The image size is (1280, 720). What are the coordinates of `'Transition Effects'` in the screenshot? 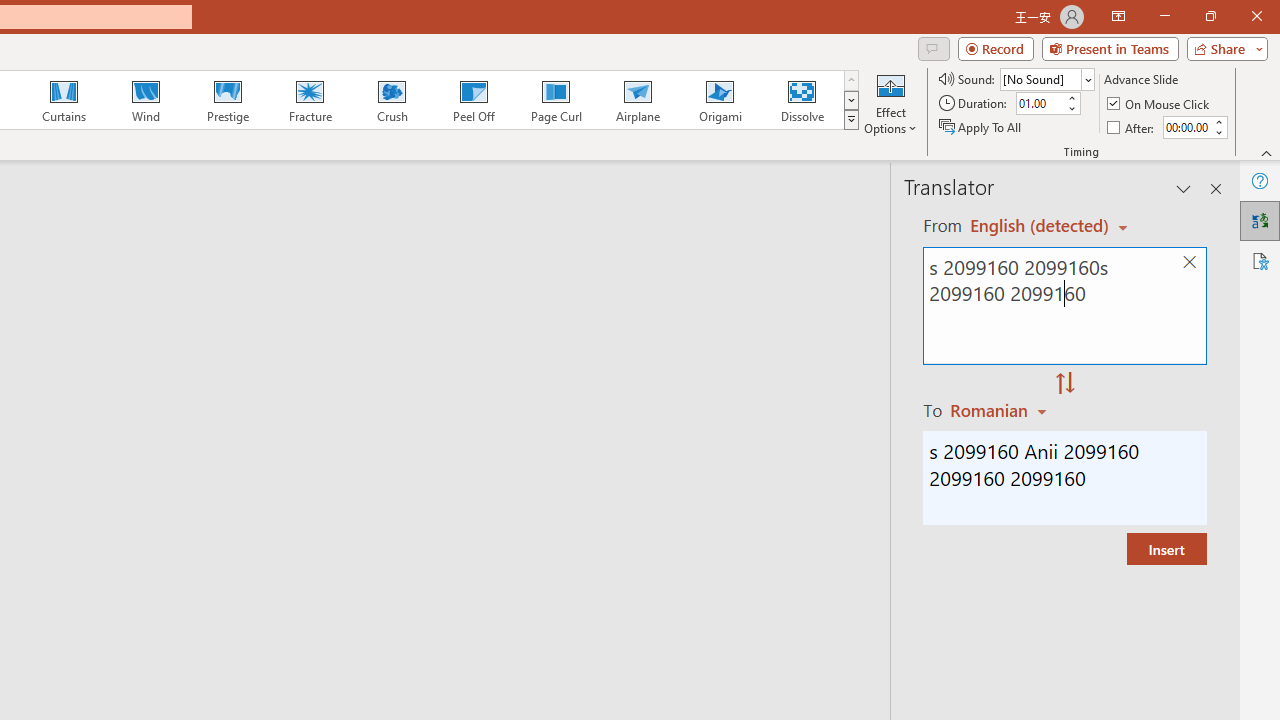 It's located at (851, 120).